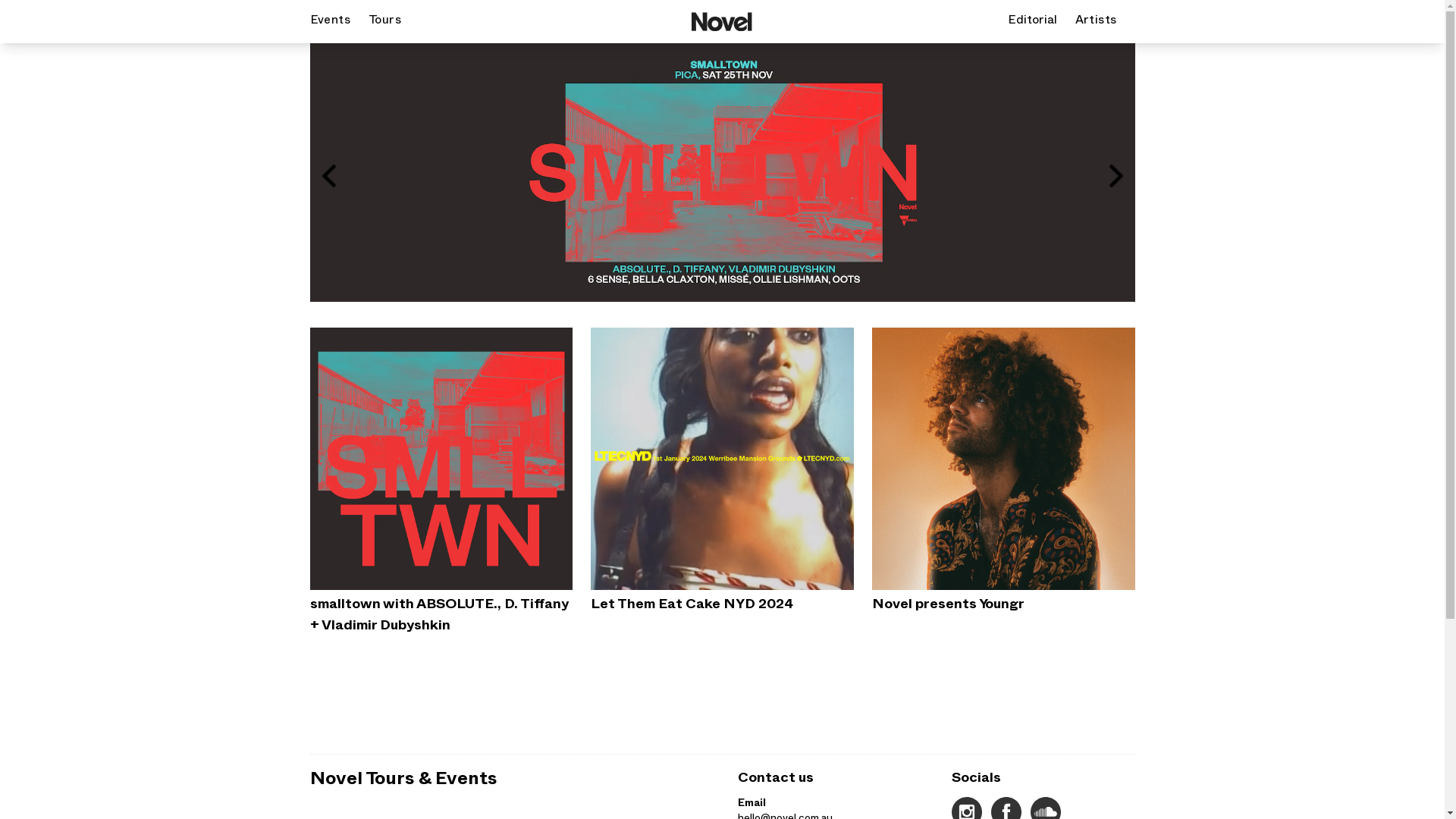 This screenshot has width=1456, height=819. I want to click on 'Novel', so click(720, 21).